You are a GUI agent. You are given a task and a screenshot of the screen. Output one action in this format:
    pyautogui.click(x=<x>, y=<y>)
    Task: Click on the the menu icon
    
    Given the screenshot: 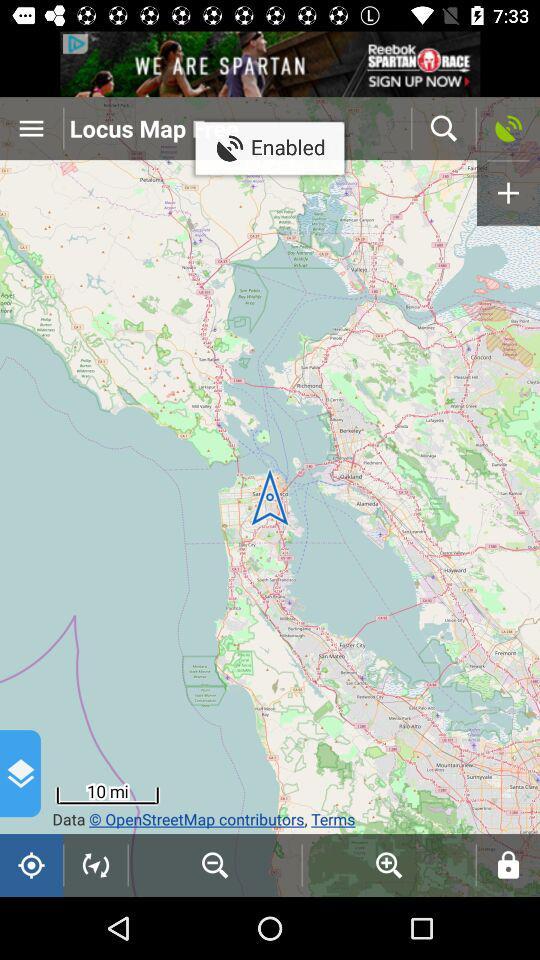 What is the action you would take?
    pyautogui.click(x=30, y=127)
    